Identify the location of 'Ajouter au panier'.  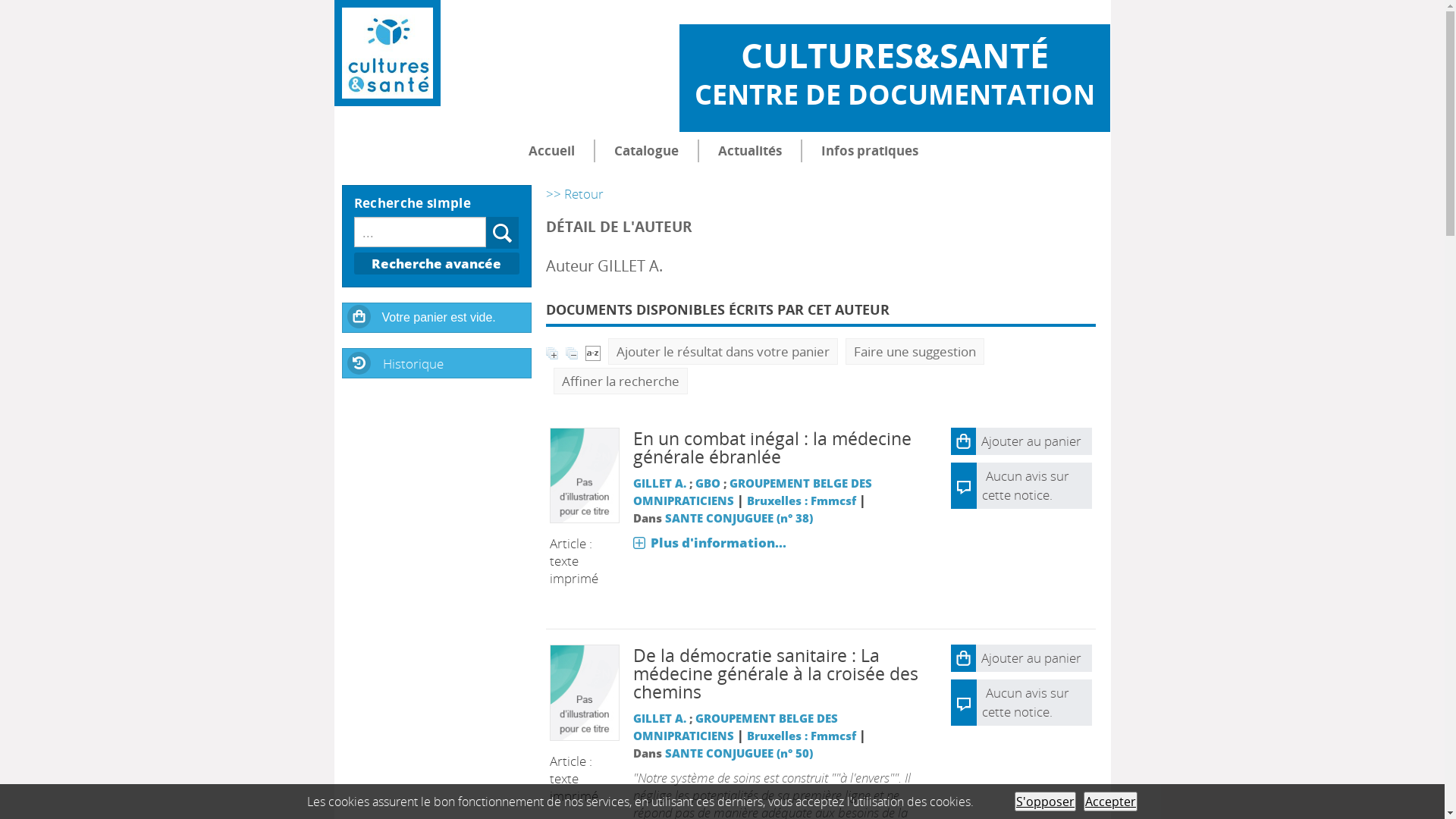
(1021, 441).